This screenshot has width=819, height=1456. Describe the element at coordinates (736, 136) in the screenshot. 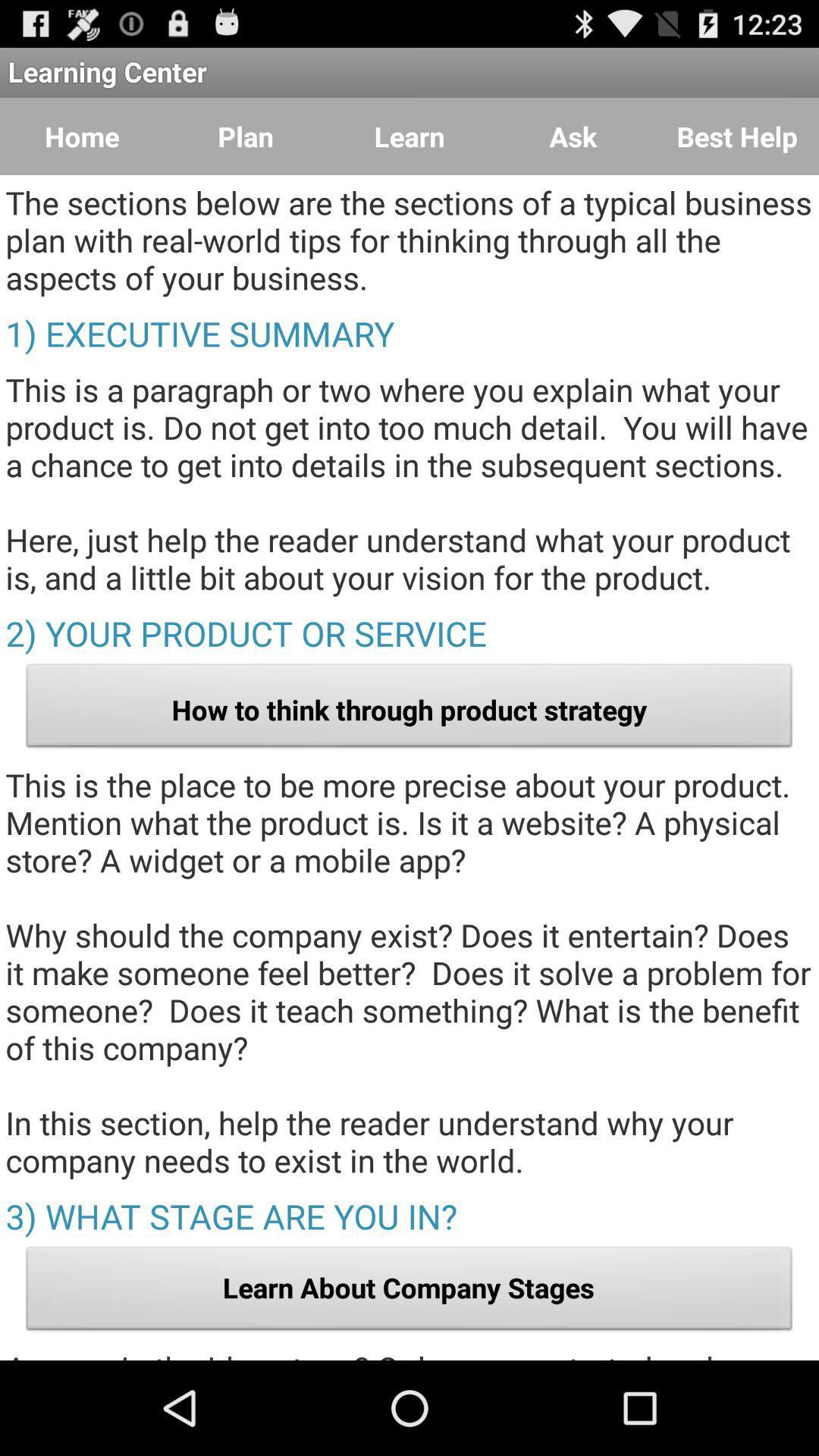

I see `the app below the learning center icon` at that location.